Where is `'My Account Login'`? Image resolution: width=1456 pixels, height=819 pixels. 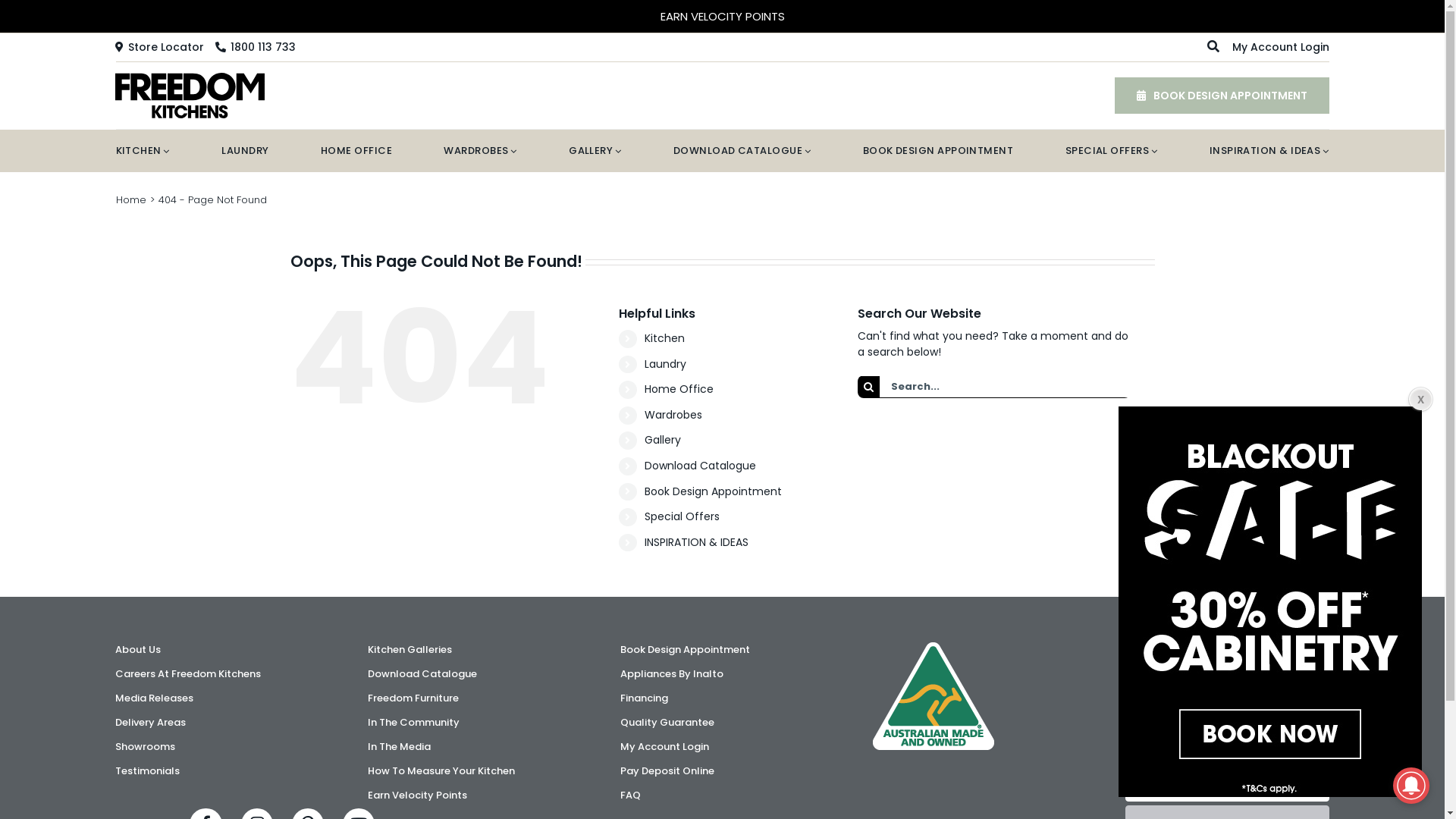 'My Account Login' is located at coordinates (1280, 45).